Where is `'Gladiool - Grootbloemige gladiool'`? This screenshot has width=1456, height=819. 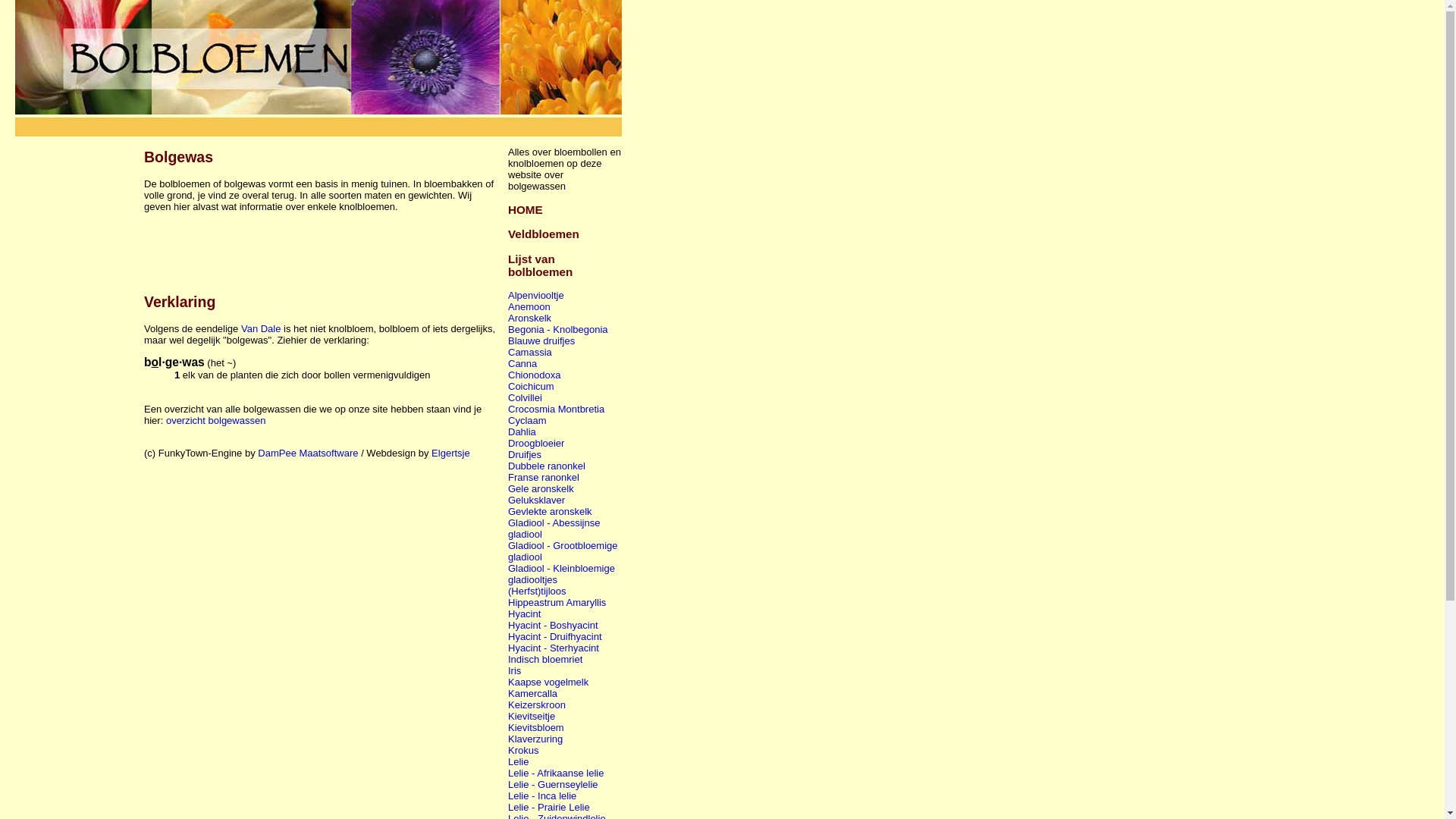
'Gladiool - Grootbloemige gladiool' is located at coordinates (562, 551).